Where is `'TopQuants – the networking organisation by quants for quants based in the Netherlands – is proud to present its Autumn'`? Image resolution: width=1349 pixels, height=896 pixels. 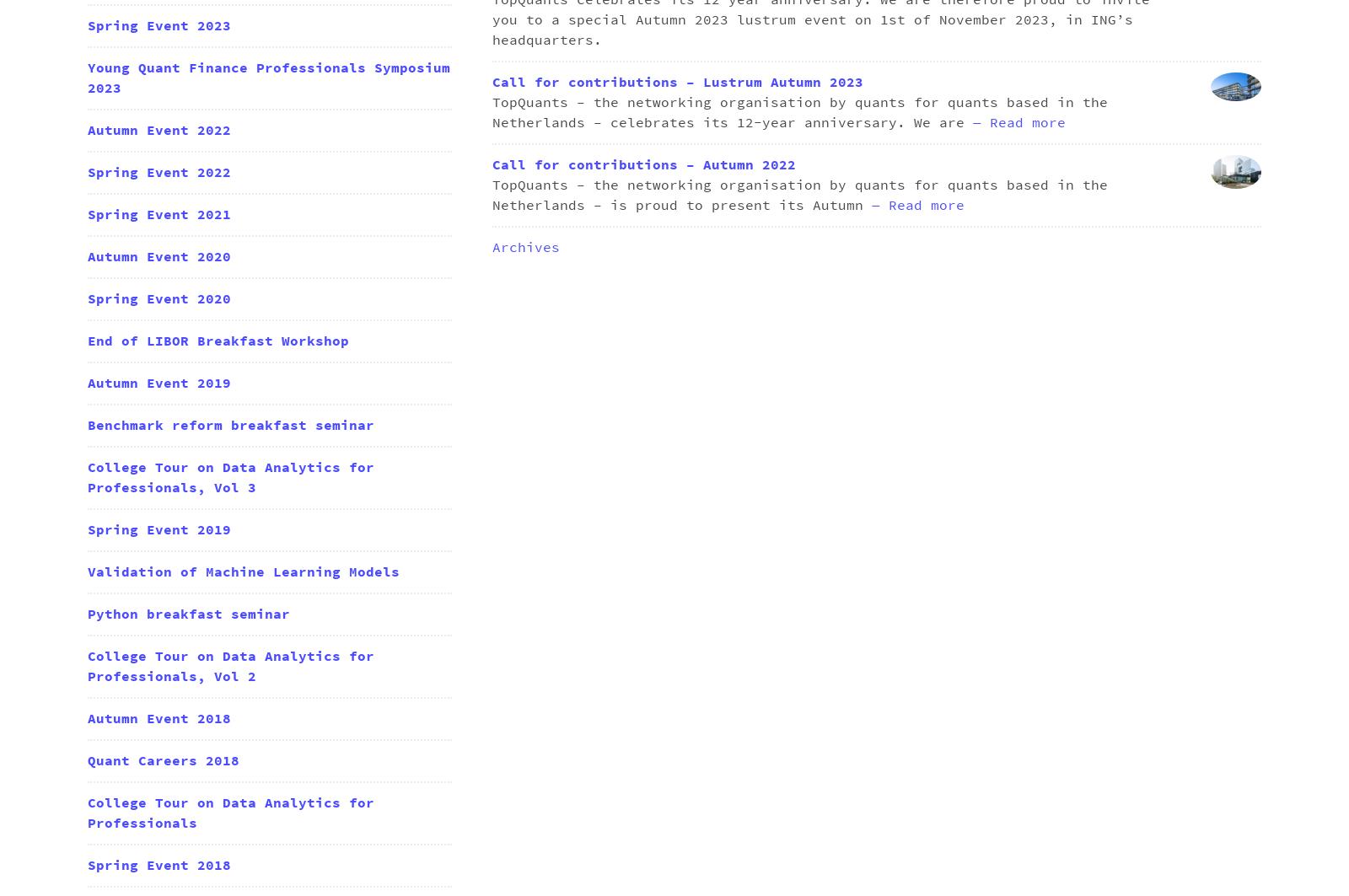
'TopQuants – the networking organisation by quants for quants based in the Netherlands – is proud to present its Autumn' is located at coordinates (798, 196).